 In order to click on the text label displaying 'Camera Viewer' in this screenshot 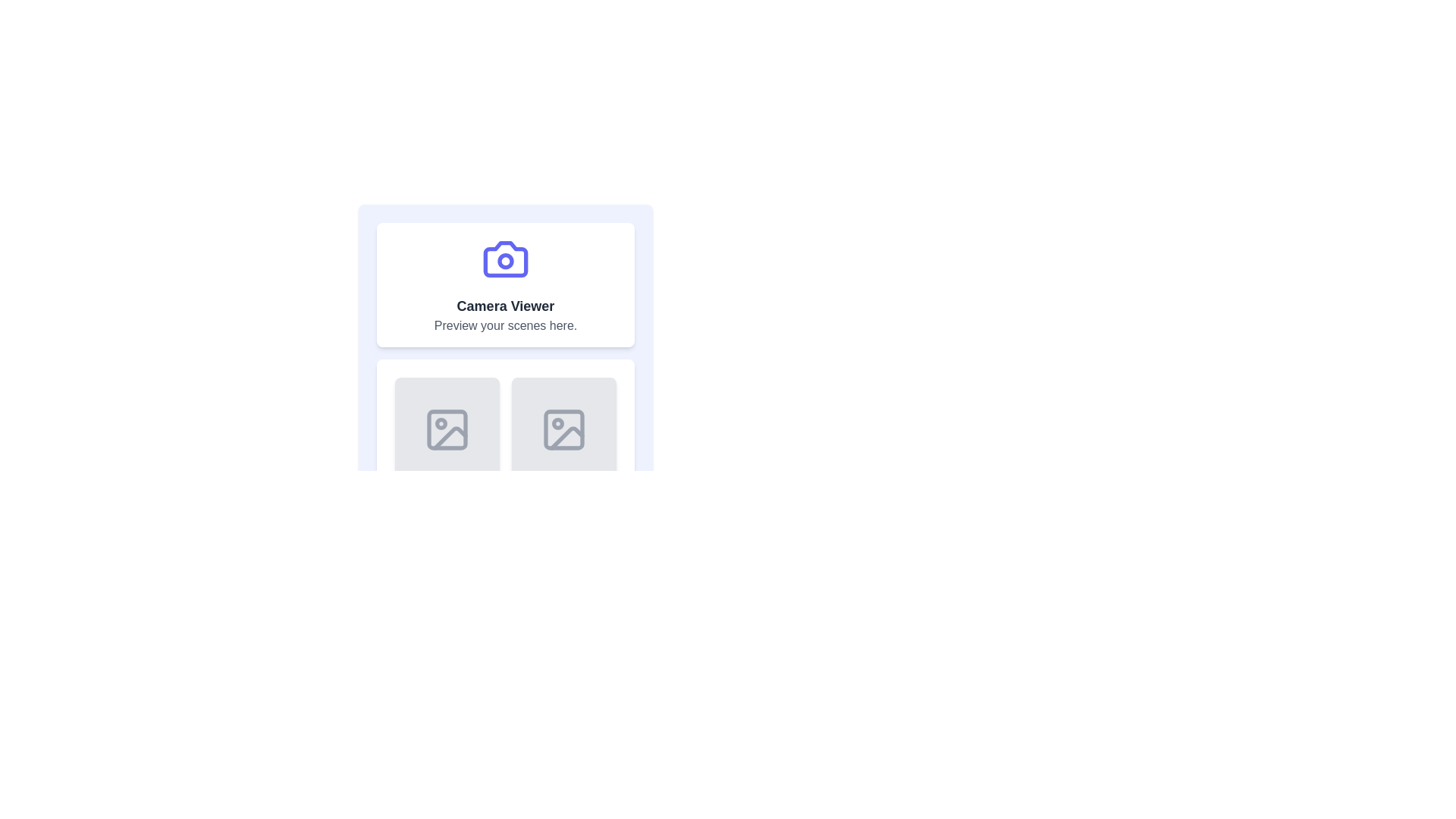, I will do `click(506, 306)`.